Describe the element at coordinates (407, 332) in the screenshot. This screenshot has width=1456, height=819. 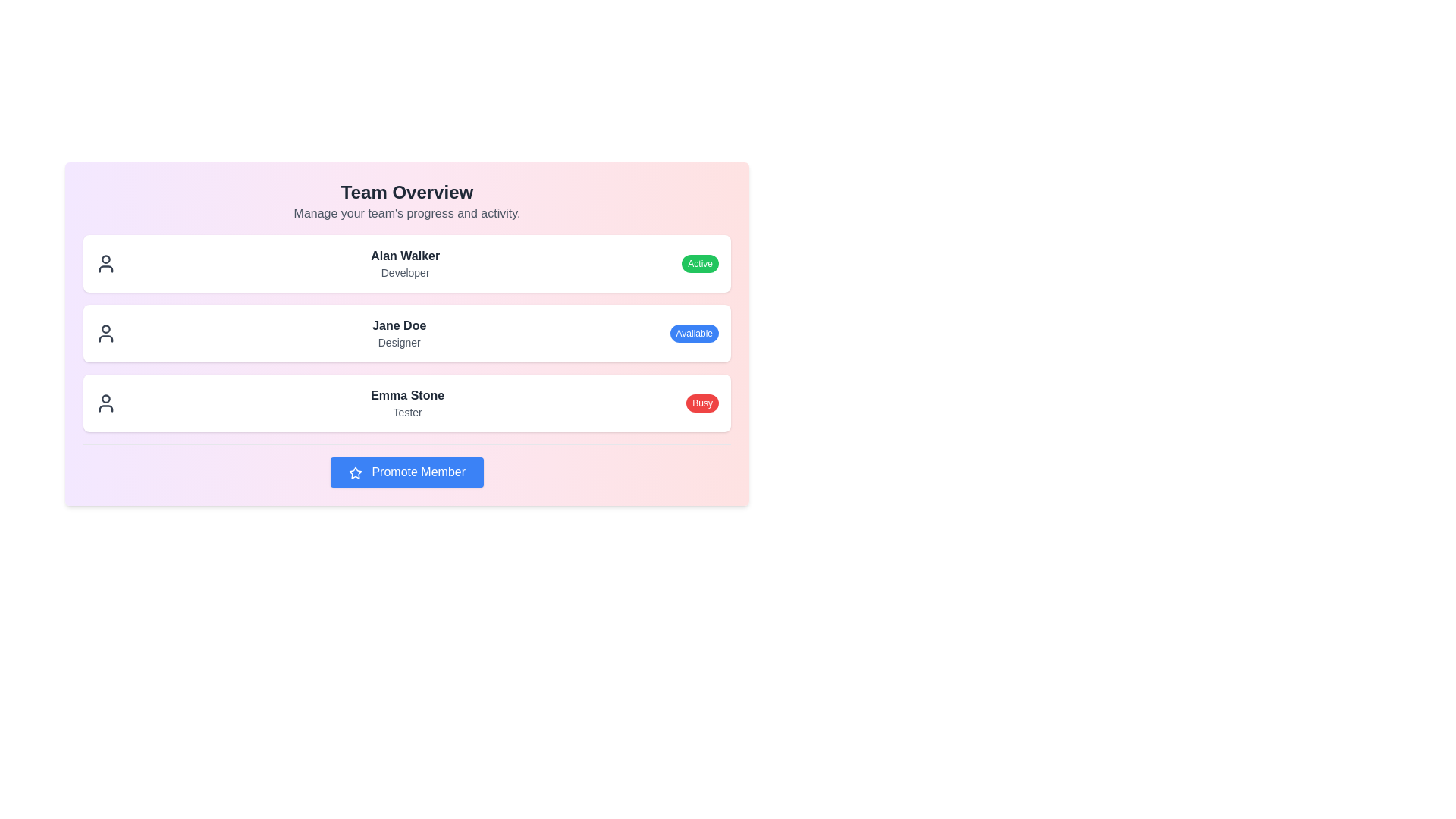
I see `the second list item in the 'Team Overview' section, which displays a team member's name, role, and availability status` at that location.